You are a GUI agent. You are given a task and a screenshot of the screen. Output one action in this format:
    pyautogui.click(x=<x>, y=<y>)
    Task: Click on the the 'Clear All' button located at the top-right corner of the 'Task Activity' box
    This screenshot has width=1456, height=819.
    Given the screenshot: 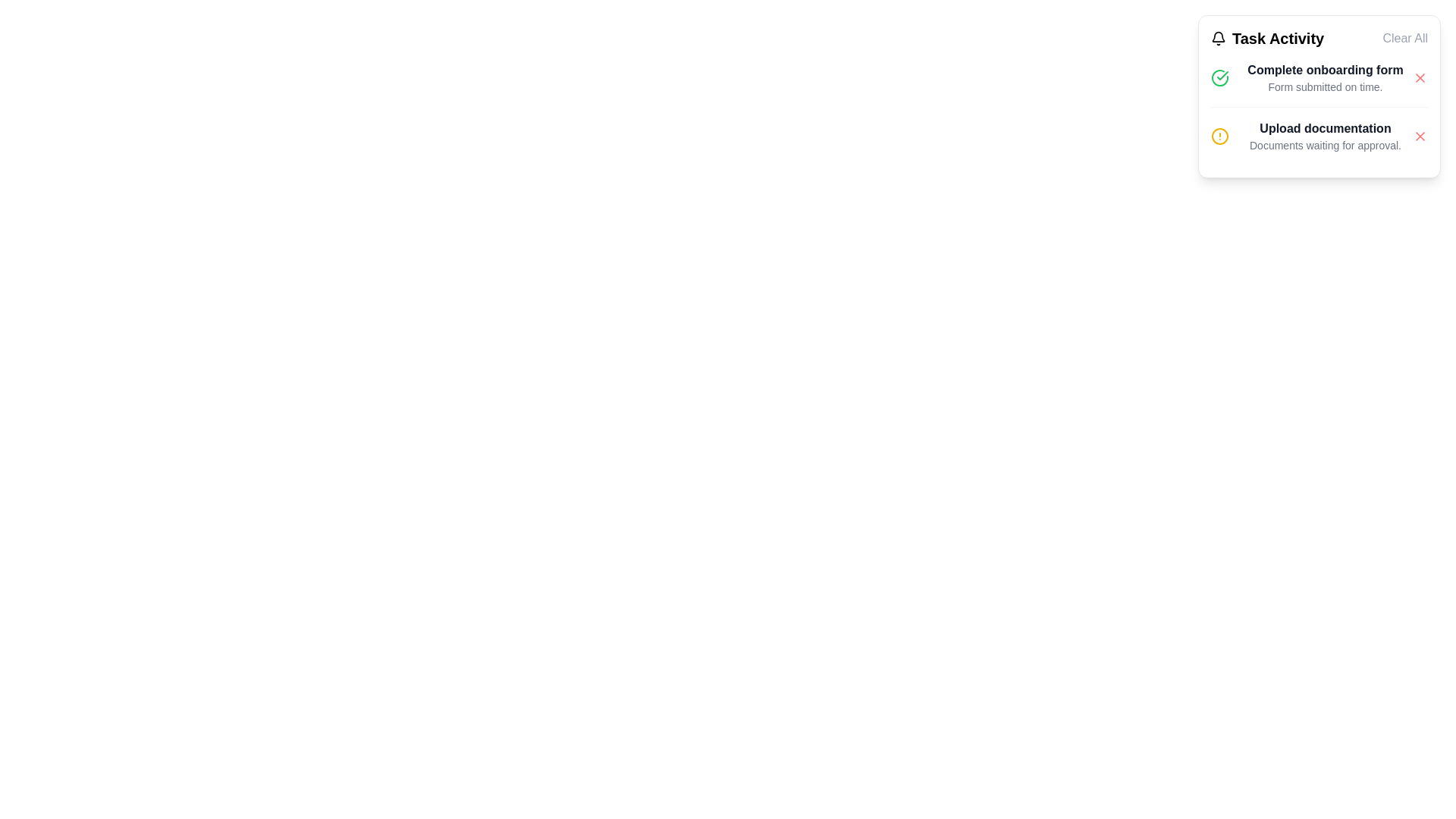 What is the action you would take?
    pyautogui.click(x=1404, y=37)
    